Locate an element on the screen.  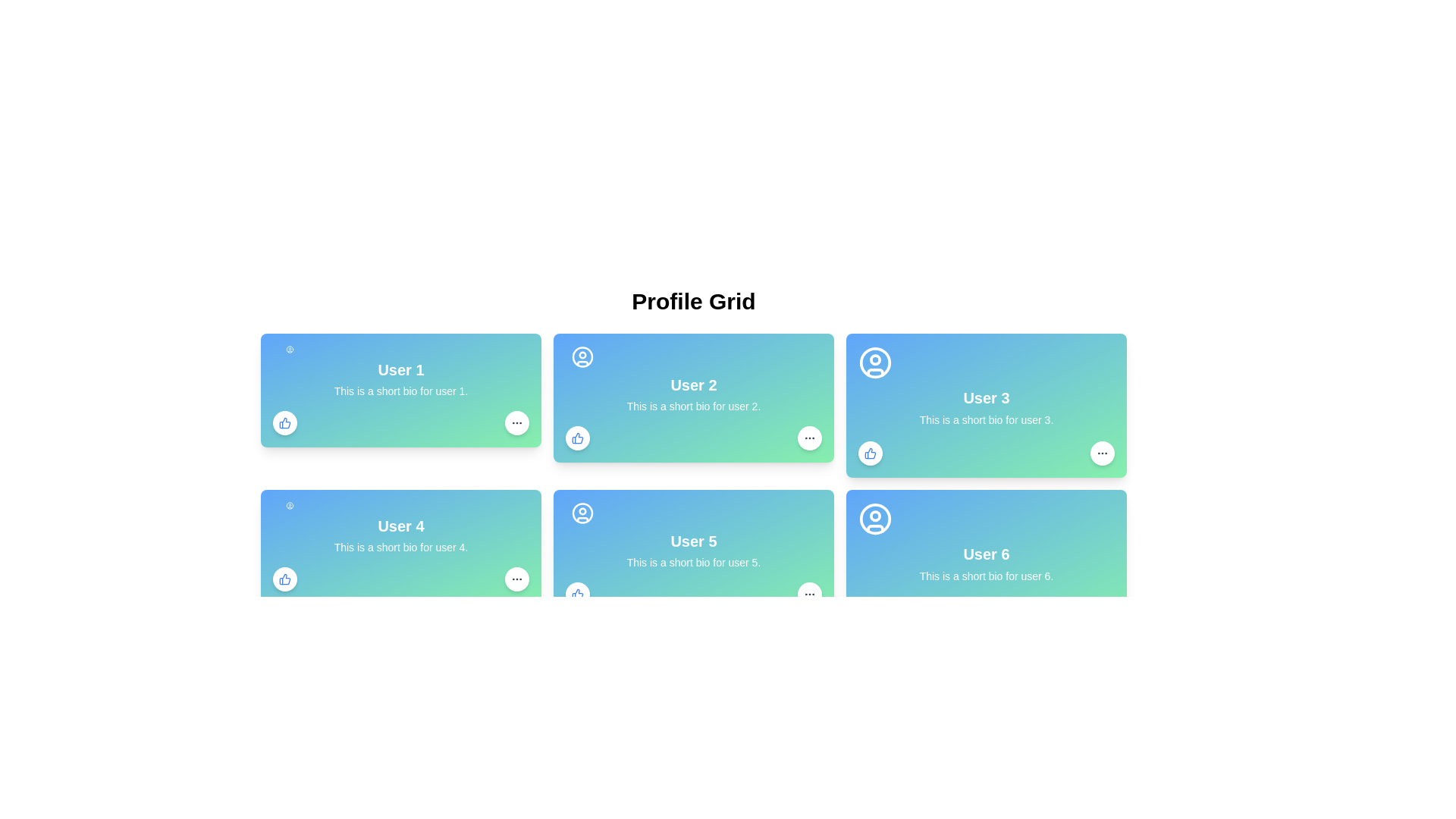
the smaller circle SVG shape that is part of the profile icon for 'User 3' located in the profile grid's third card in the first row is located at coordinates (875, 359).